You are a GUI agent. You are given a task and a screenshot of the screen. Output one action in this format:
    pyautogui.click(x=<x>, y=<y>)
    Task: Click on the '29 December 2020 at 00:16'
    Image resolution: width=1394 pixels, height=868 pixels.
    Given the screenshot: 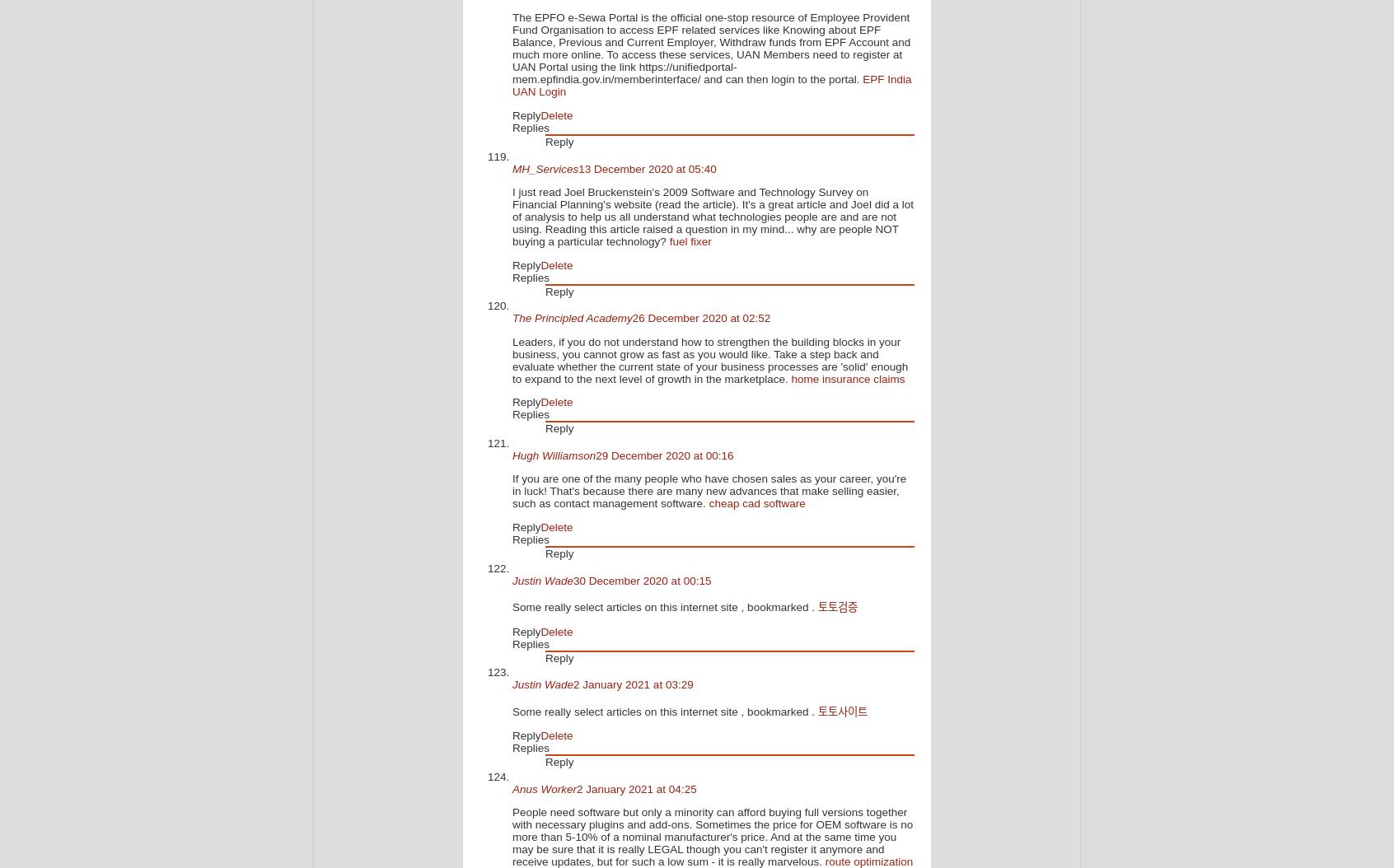 What is the action you would take?
    pyautogui.click(x=664, y=455)
    